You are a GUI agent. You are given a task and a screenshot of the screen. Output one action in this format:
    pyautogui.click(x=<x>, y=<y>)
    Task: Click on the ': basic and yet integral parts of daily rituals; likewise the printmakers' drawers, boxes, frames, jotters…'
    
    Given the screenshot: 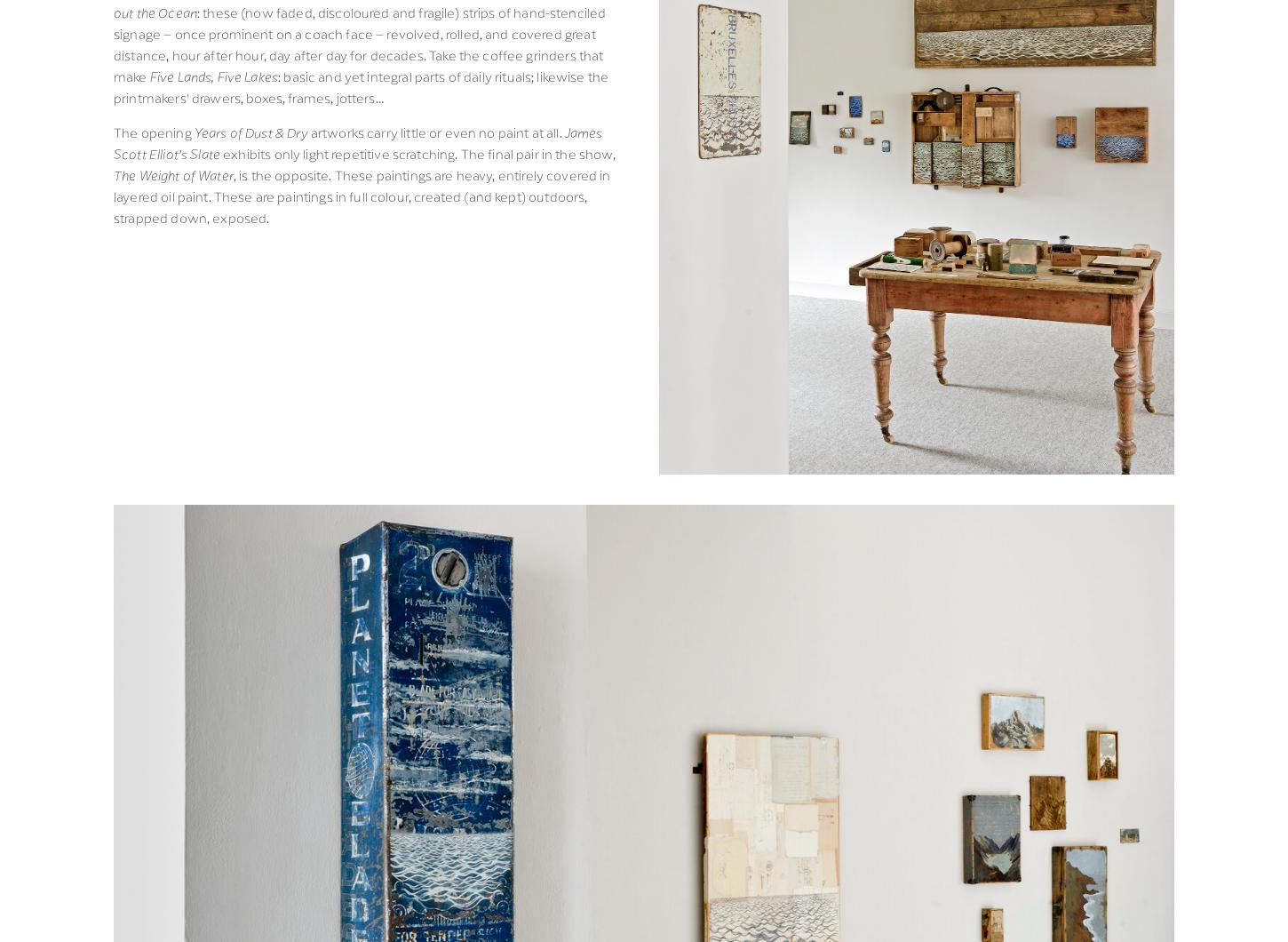 What is the action you would take?
    pyautogui.click(x=362, y=85)
    